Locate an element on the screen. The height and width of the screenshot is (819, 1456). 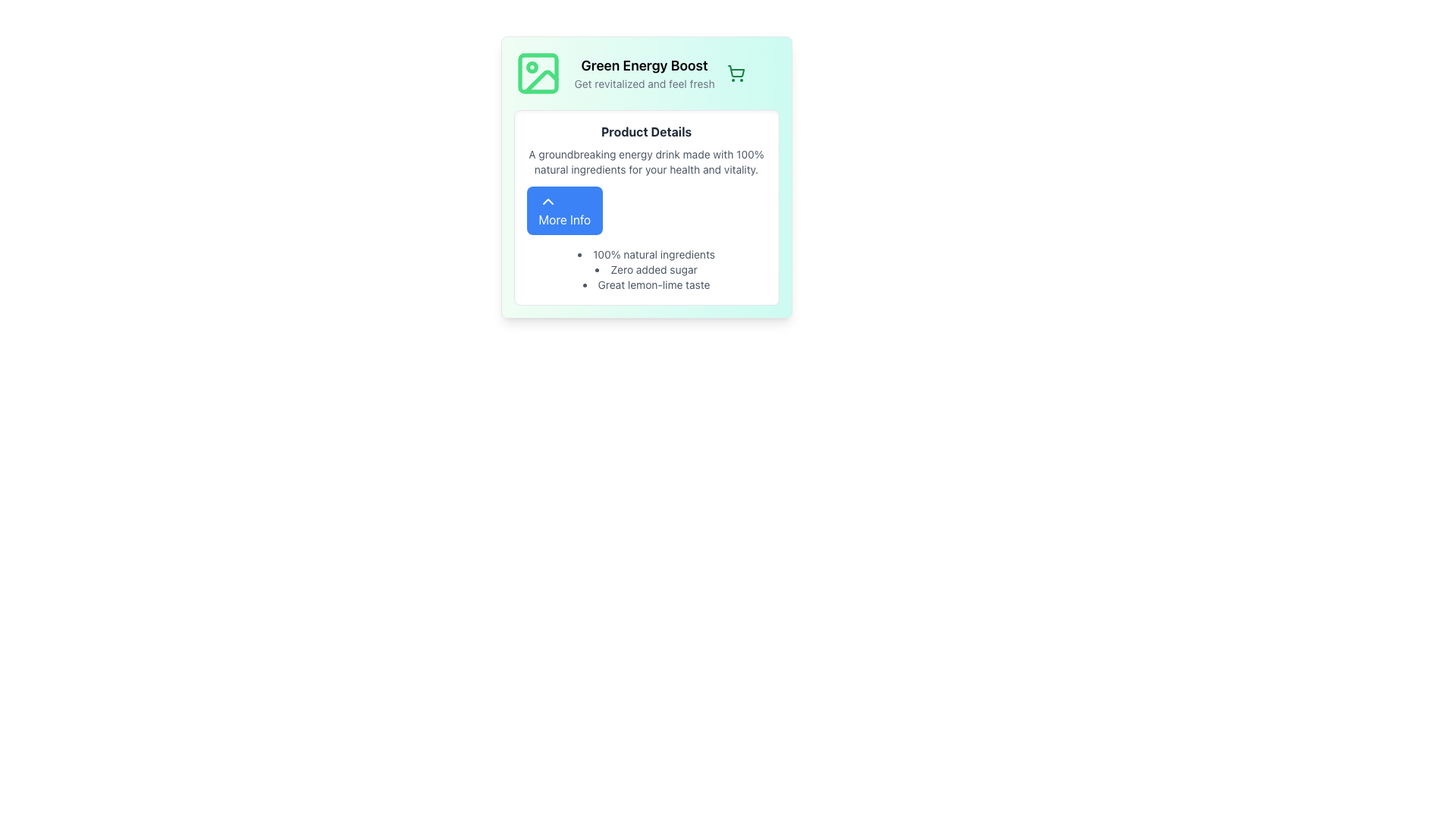
the title 'Green Energy Boost' or subtitle 'Get revitalized and feel fresh' of the Information banner located at the top of the product card is located at coordinates (646, 73).